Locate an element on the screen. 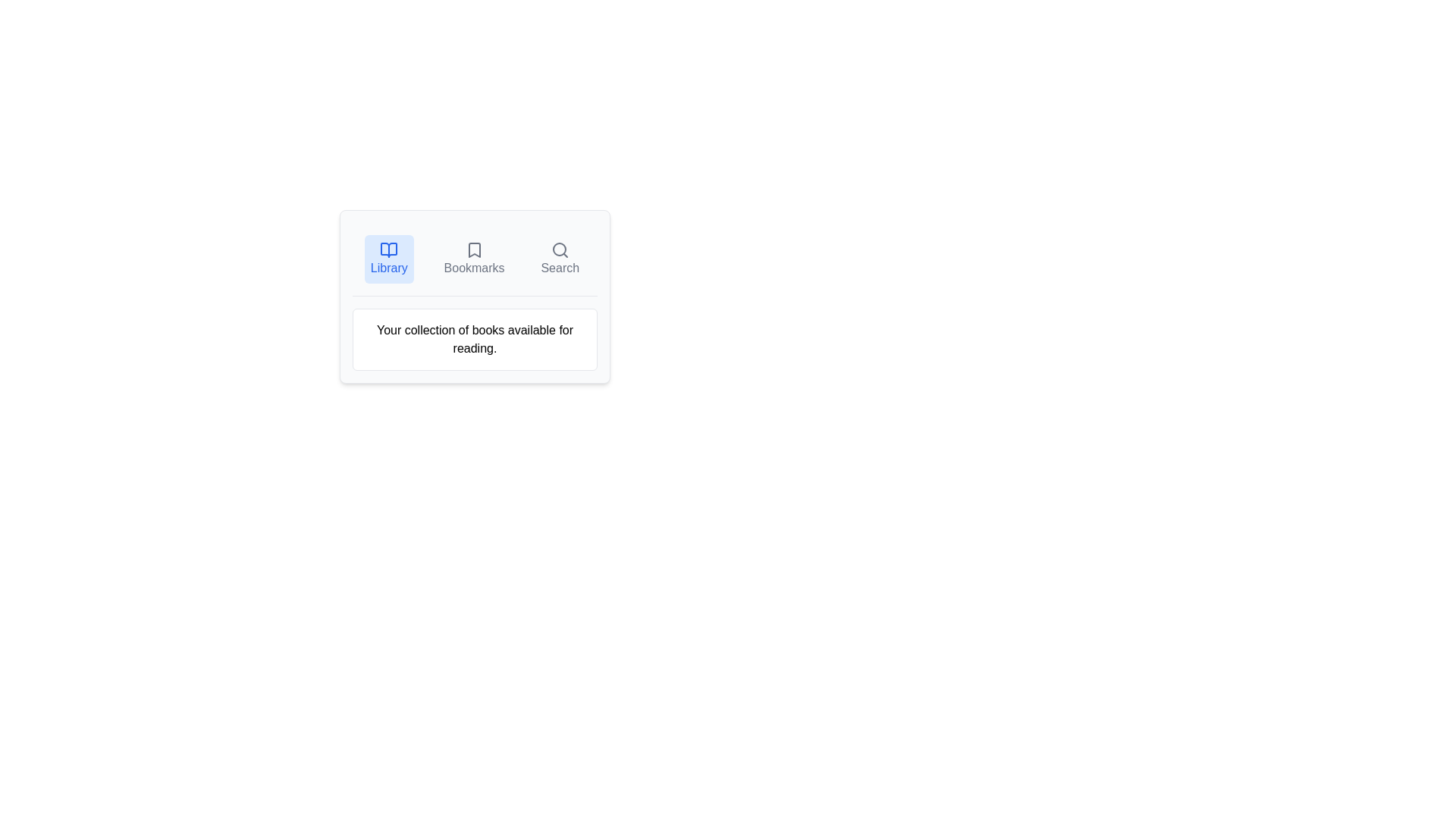 This screenshot has width=1456, height=819. the Search tab to explore its layout visually is located at coordinates (559, 259).